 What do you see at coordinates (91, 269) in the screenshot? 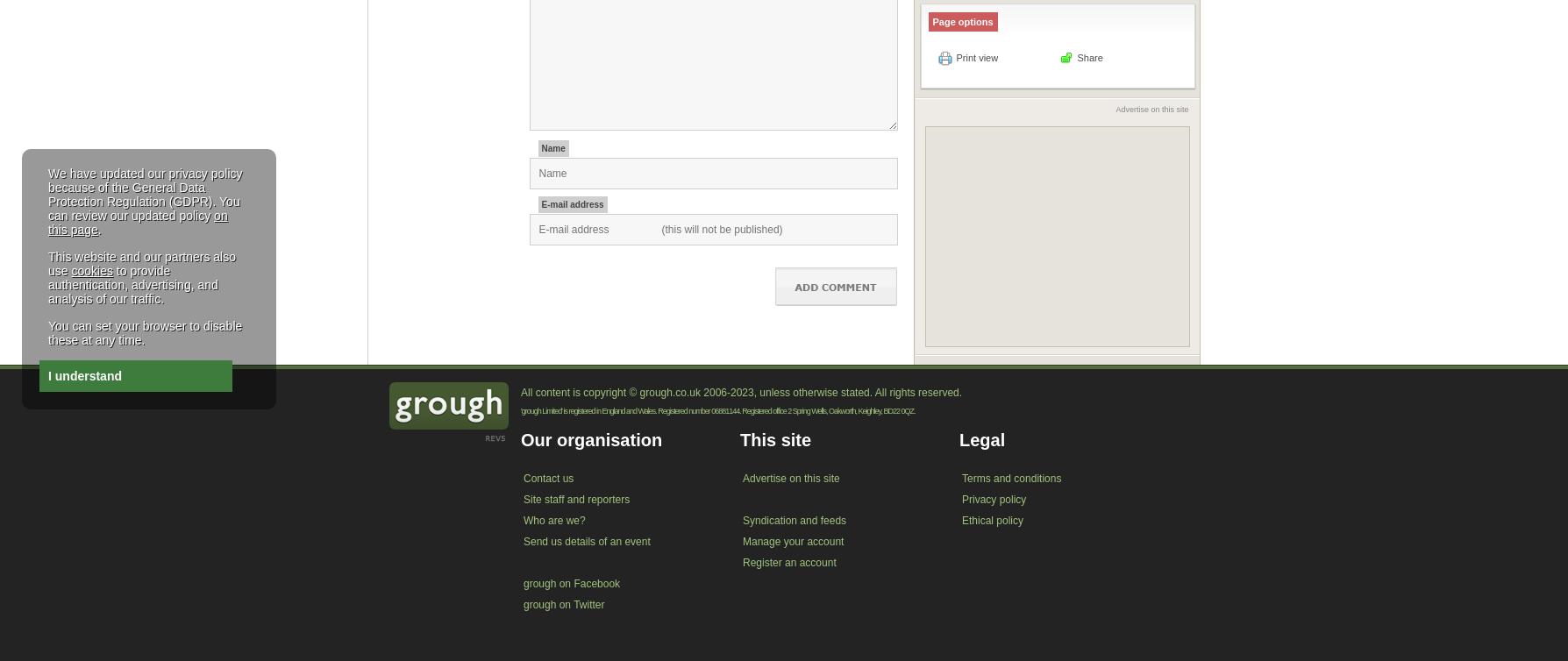
I see `'cookies'` at bounding box center [91, 269].